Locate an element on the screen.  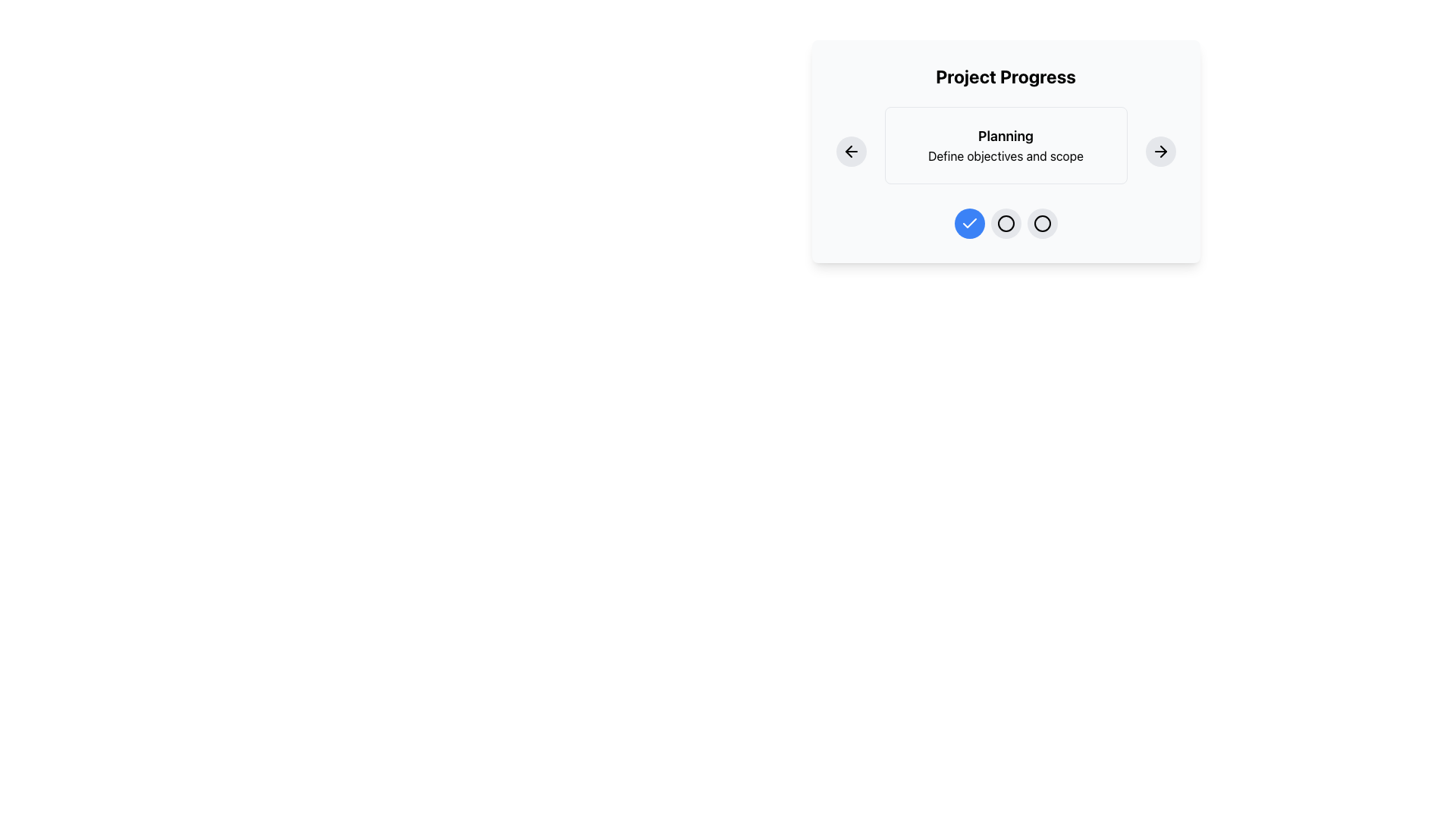
the checkmark icon button with a blue circular background, located below the 'Planning' section of the interface is located at coordinates (968, 223).